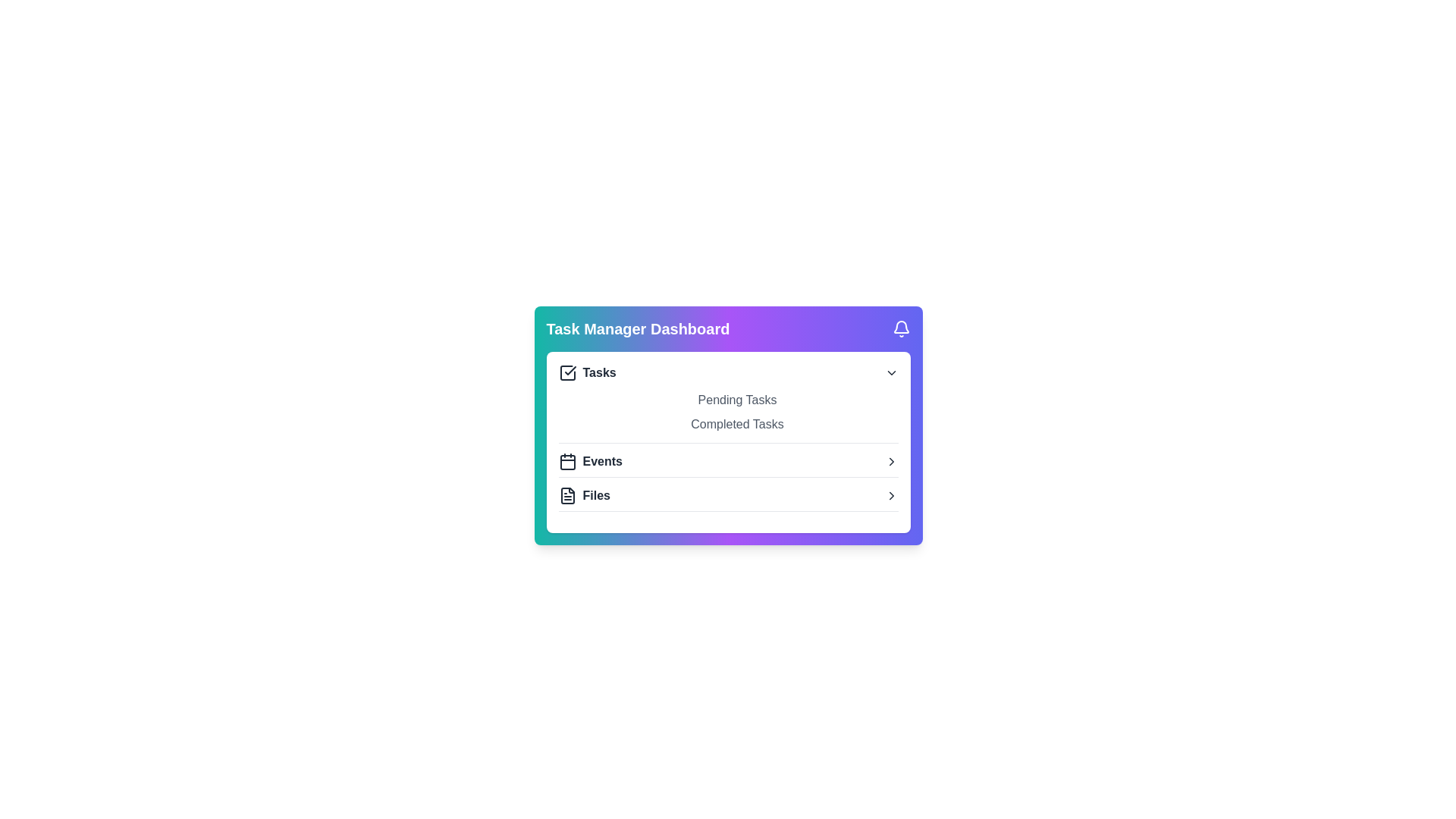  What do you see at coordinates (586, 373) in the screenshot?
I see `the 'Tasks' text, which is displayed in bold font and has a checkmark icon on its left` at bounding box center [586, 373].